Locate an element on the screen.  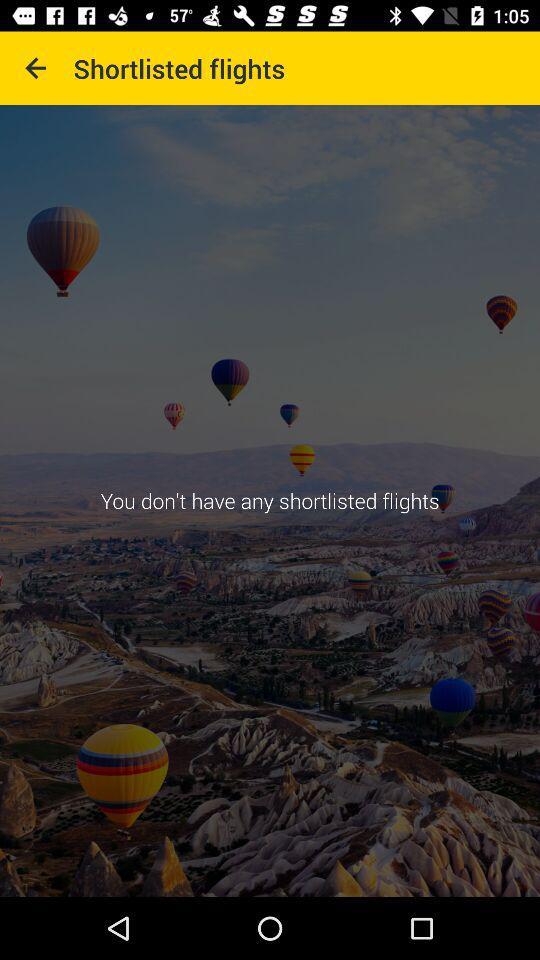
item next to shortlisted flights icon is located at coordinates (36, 68).